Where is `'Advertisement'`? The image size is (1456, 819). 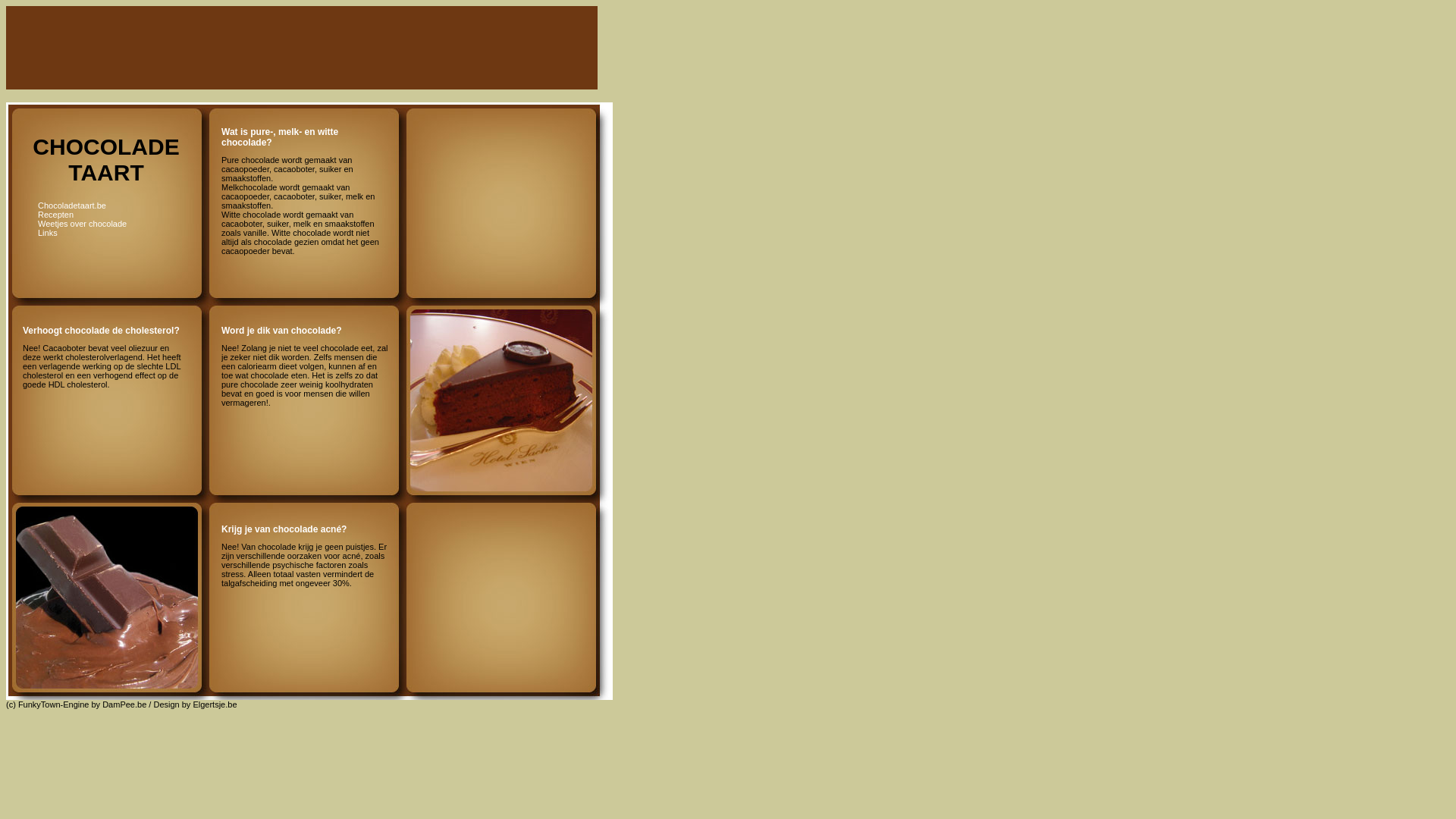 'Advertisement' is located at coordinates (315, 49).